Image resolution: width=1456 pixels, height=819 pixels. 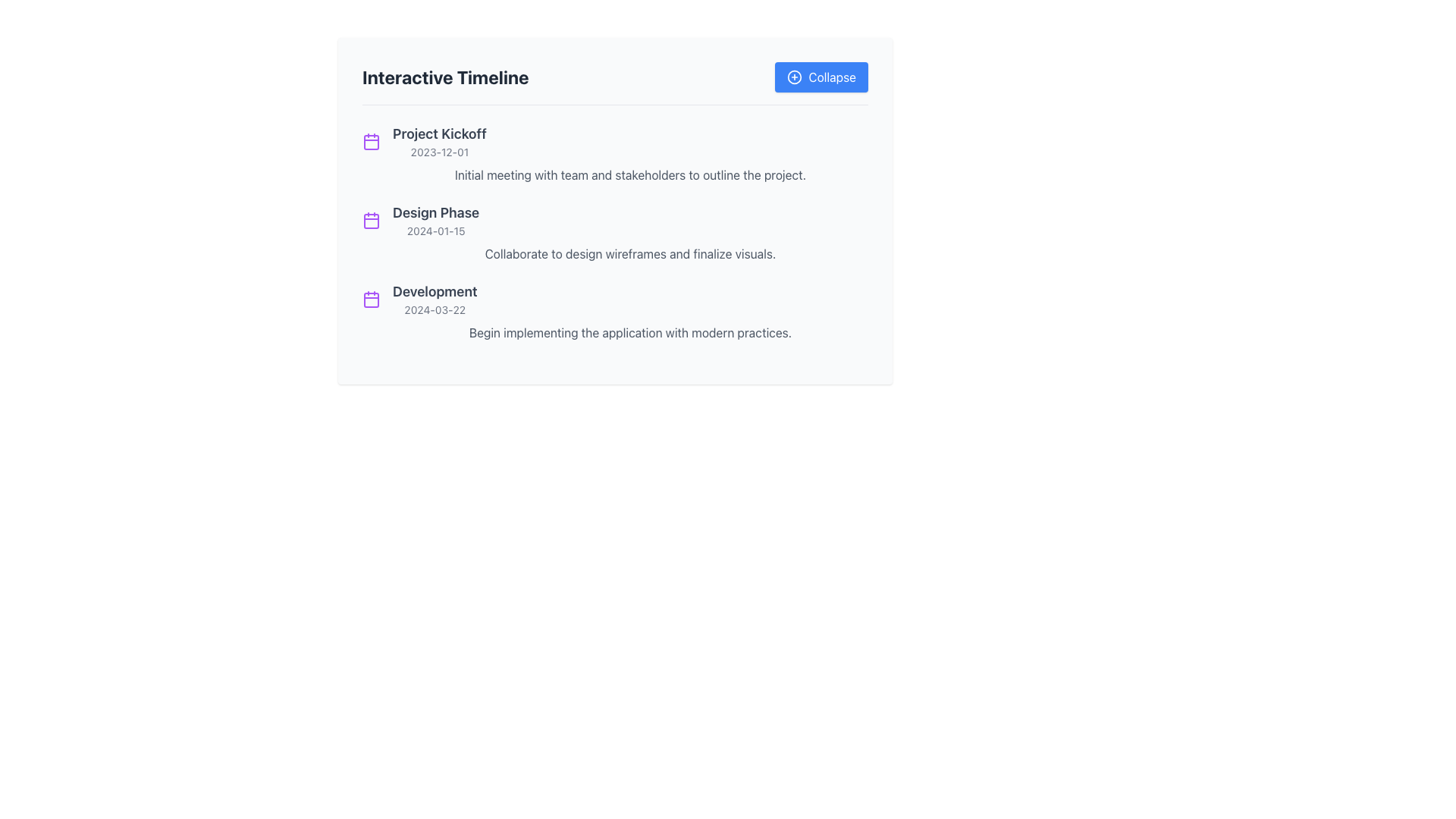 What do you see at coordinates (615, 233) in the screenshot?
I see `the 'Project Kickoff', 'Design Phase', or 'Development' subsection in the Interactive Timeline component if interactive behavior exists` at bounding box center [615, 233].